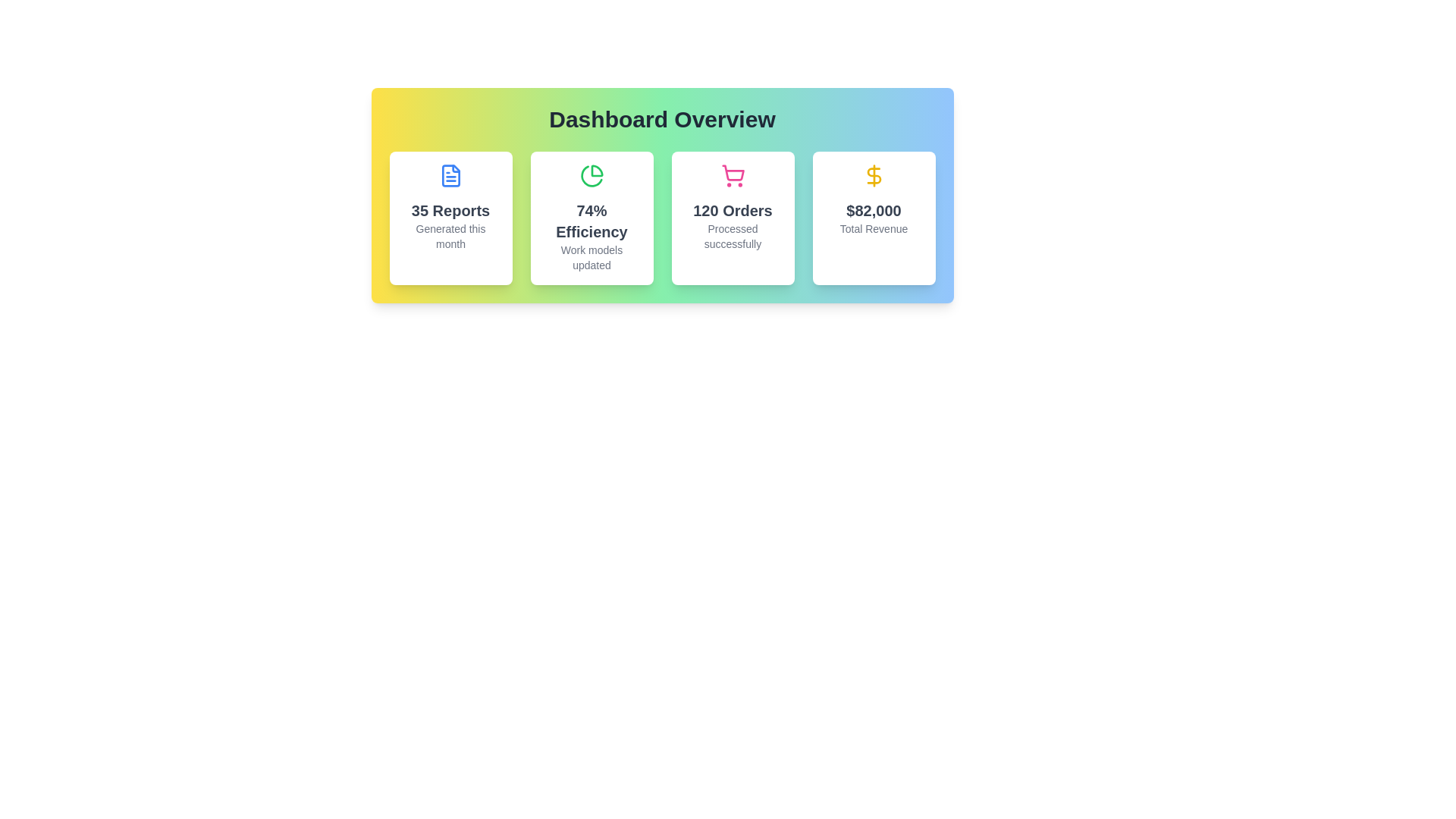 This screenshot has height=819, width=1456. What do you see at coordinates (450, 218) in the screenshot?
I see `the Informational Tile that features a blue document icon and displays '35 Reports' and 'Generated this month', located at the top-left corner of the grid layout` at bounding box center [450, 218].